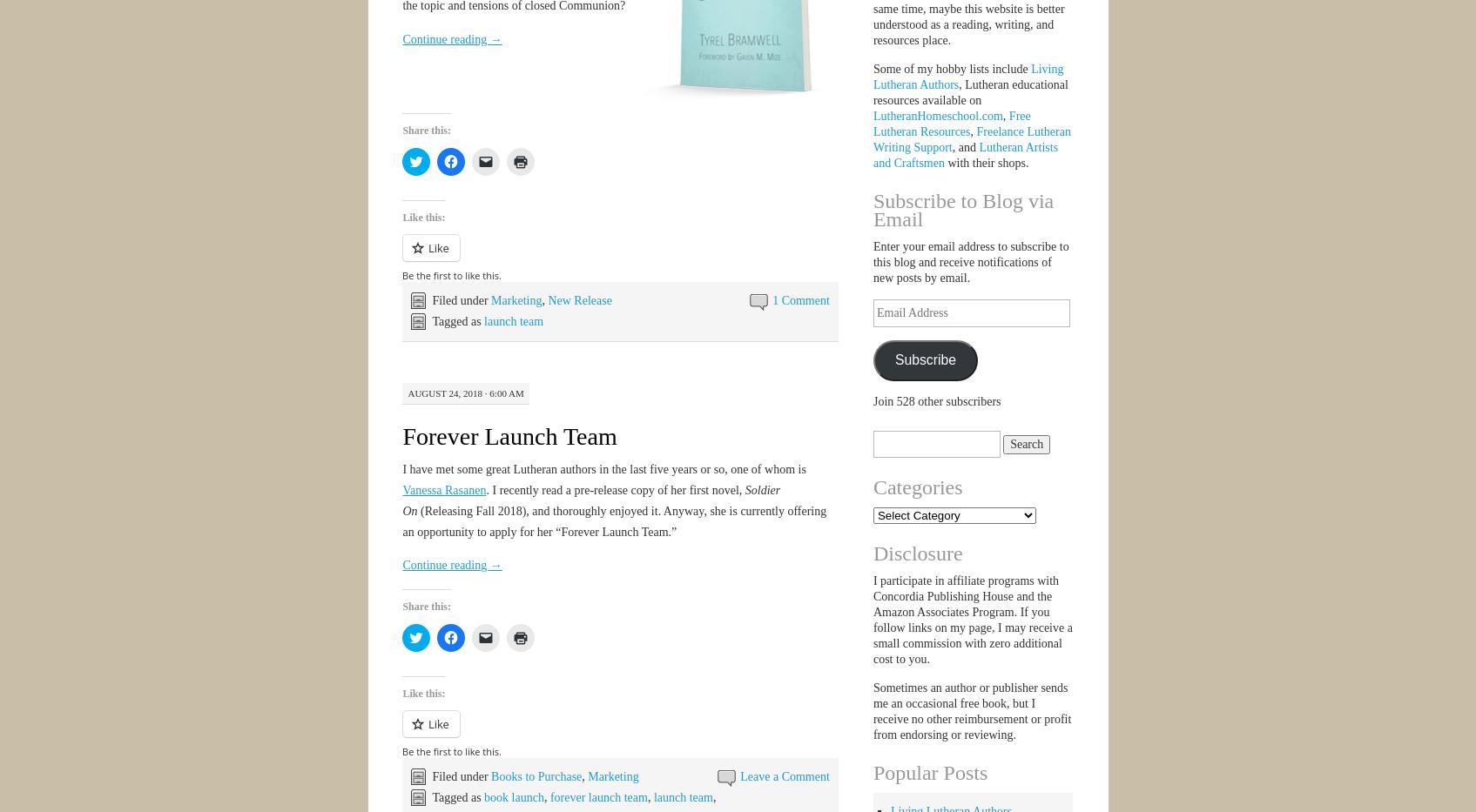 The height and width of the screenshot is (812, 1476). I want to click on ', Lutheran educational resources available on', so click(968, 91).